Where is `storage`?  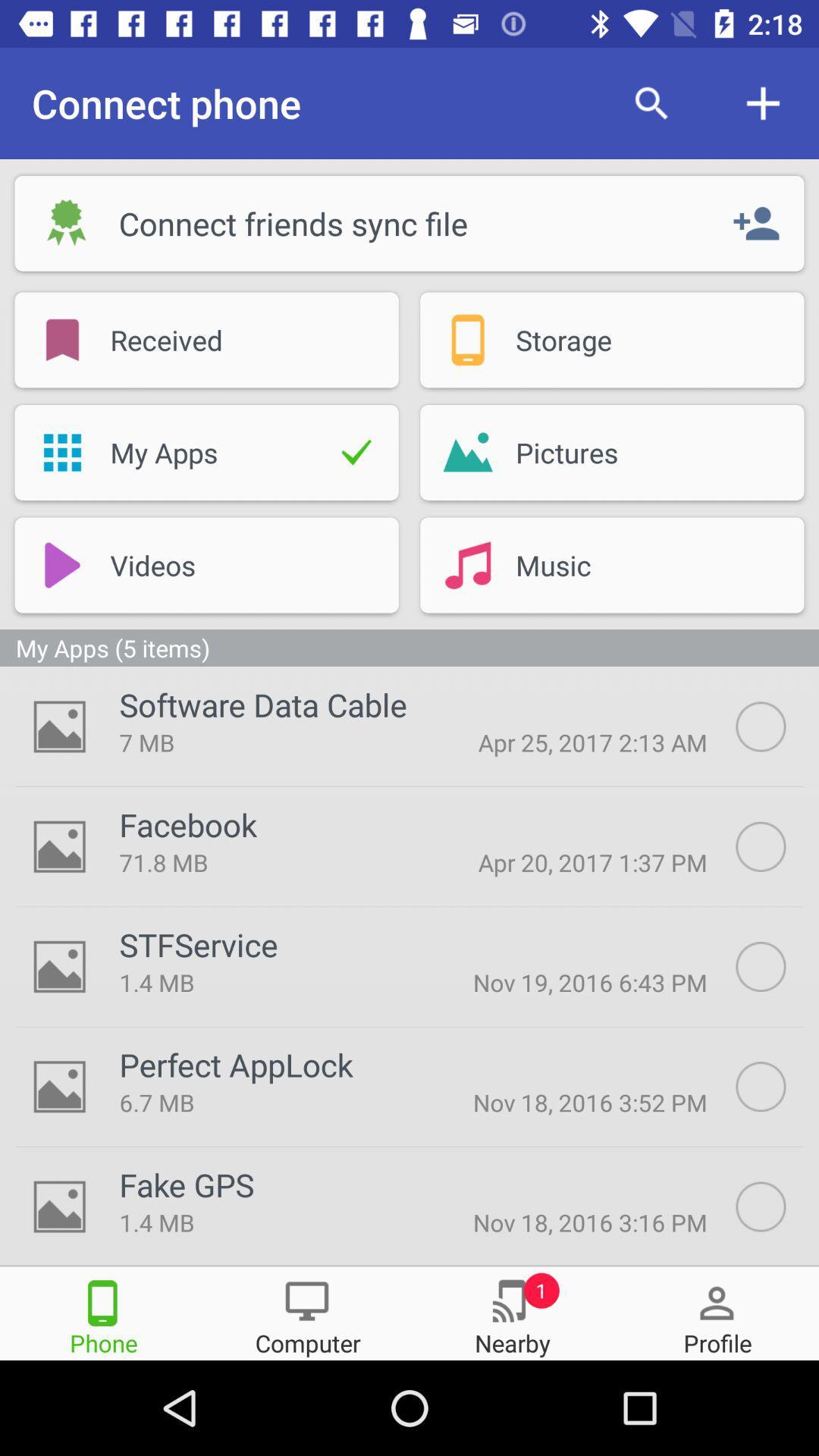
storage is located at coordinates (611, 339).